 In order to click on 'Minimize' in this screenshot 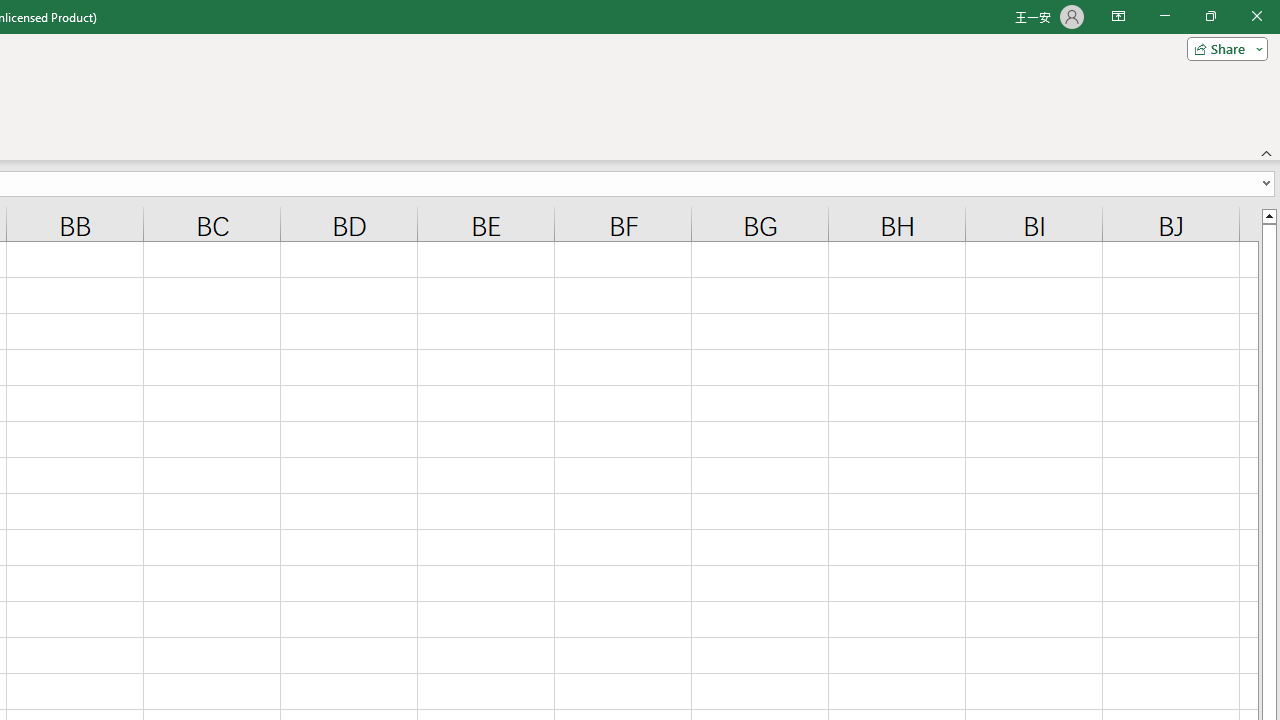, I will do `click(1164, 16)`.